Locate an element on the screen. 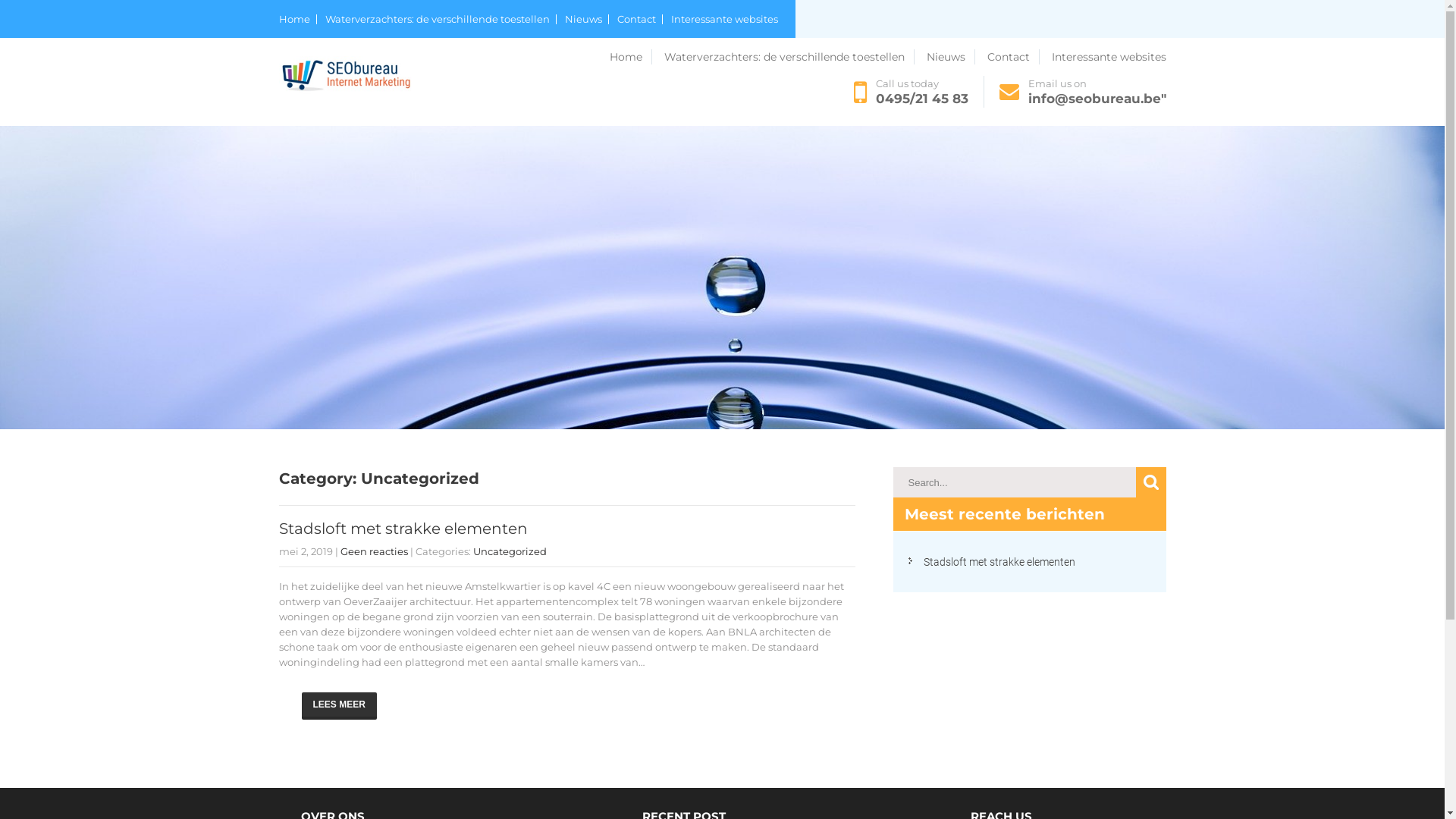 The image size is (1456, 819). 'info@seobureau.be"' is located at coordinates (1097, 99).